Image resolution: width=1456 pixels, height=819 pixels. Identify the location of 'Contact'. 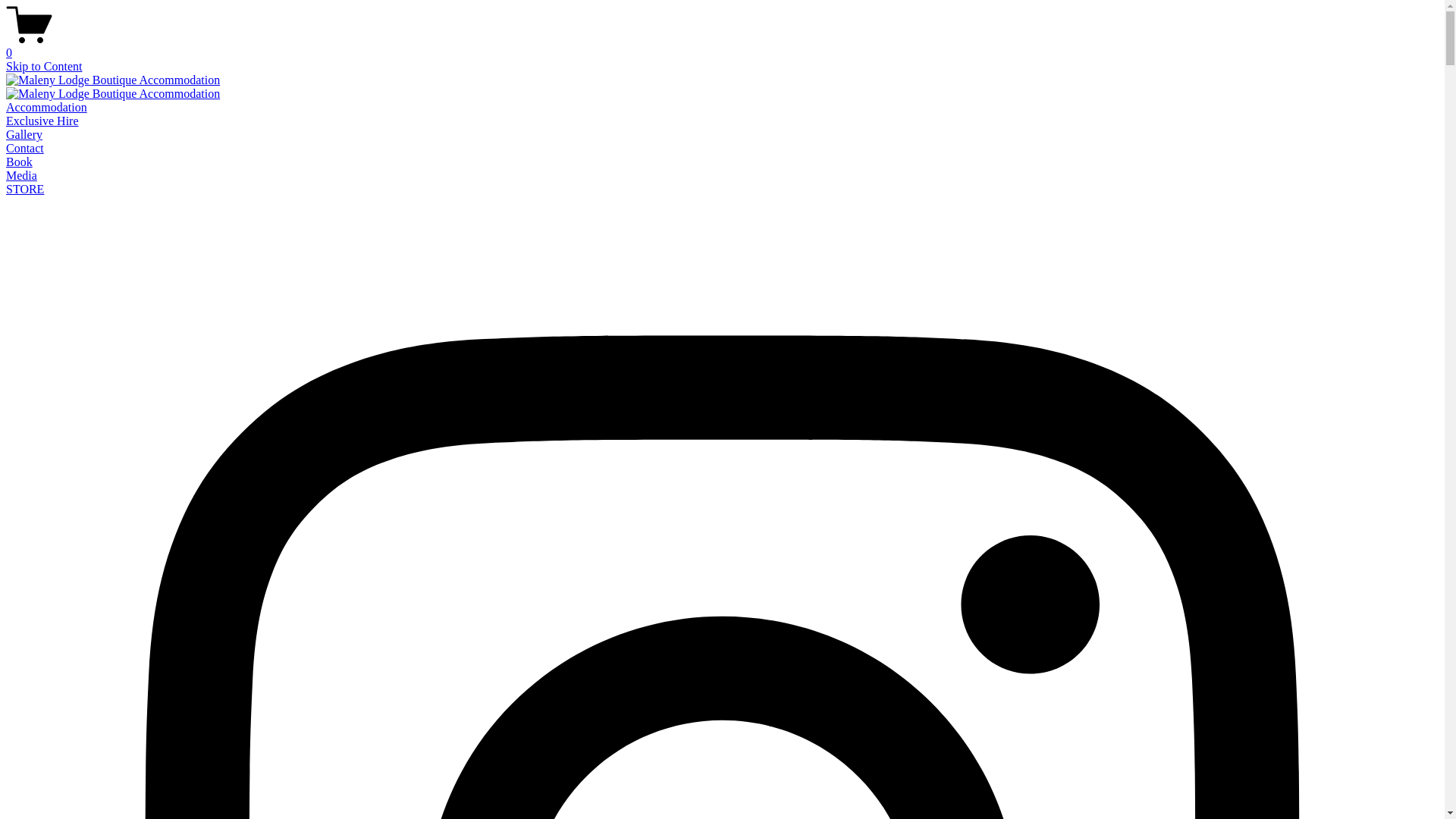
(25, 148).